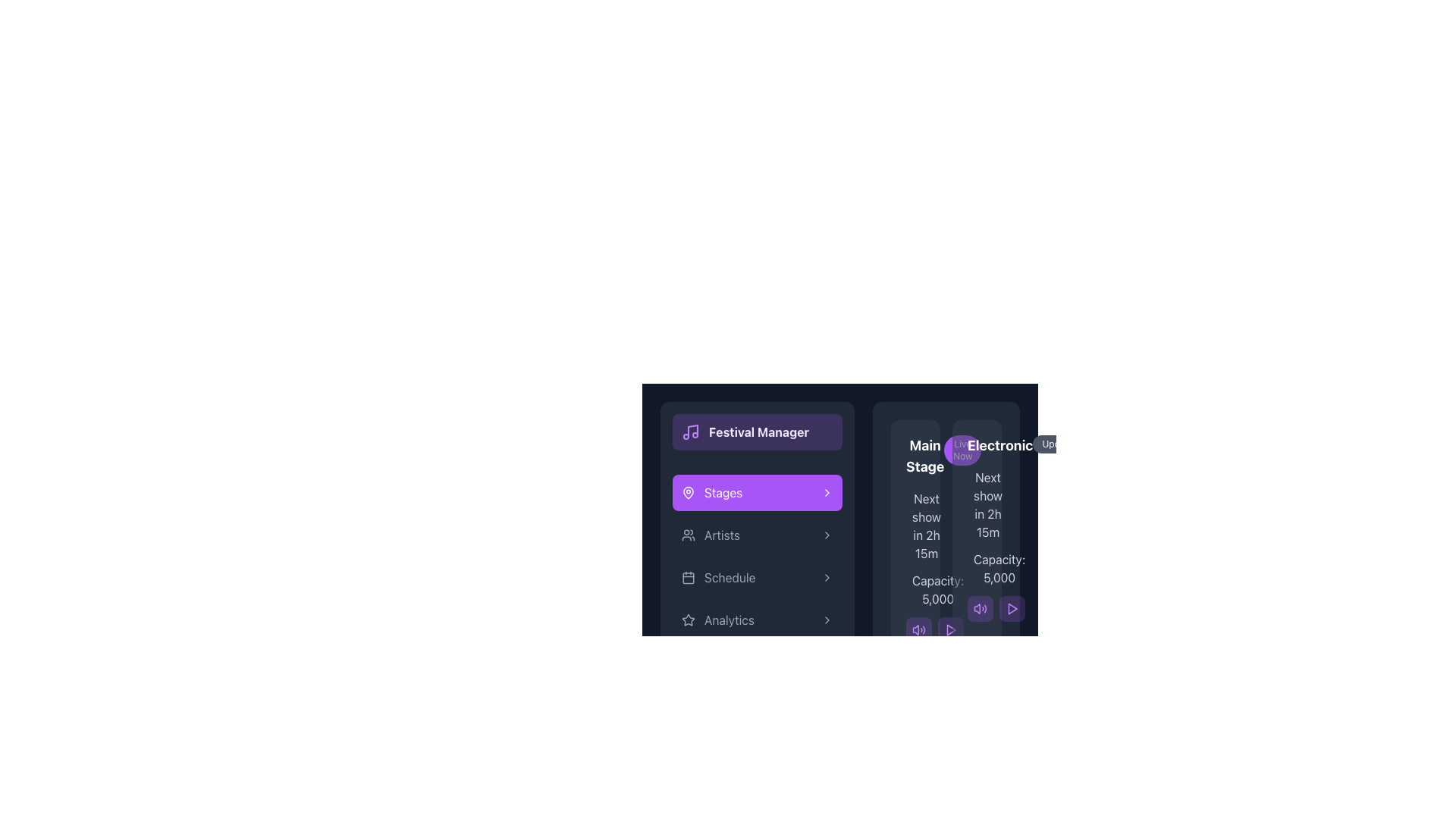 The image size is (1456, 819). Describe the element at coordinates (977, 544) in the screenshot. I see `the text block that provides timing and capacity information for the upcoming event in the 'Electronic' category, located inside the card titled 'Electronic' beneath the badge 'Upcoming'` at that location.